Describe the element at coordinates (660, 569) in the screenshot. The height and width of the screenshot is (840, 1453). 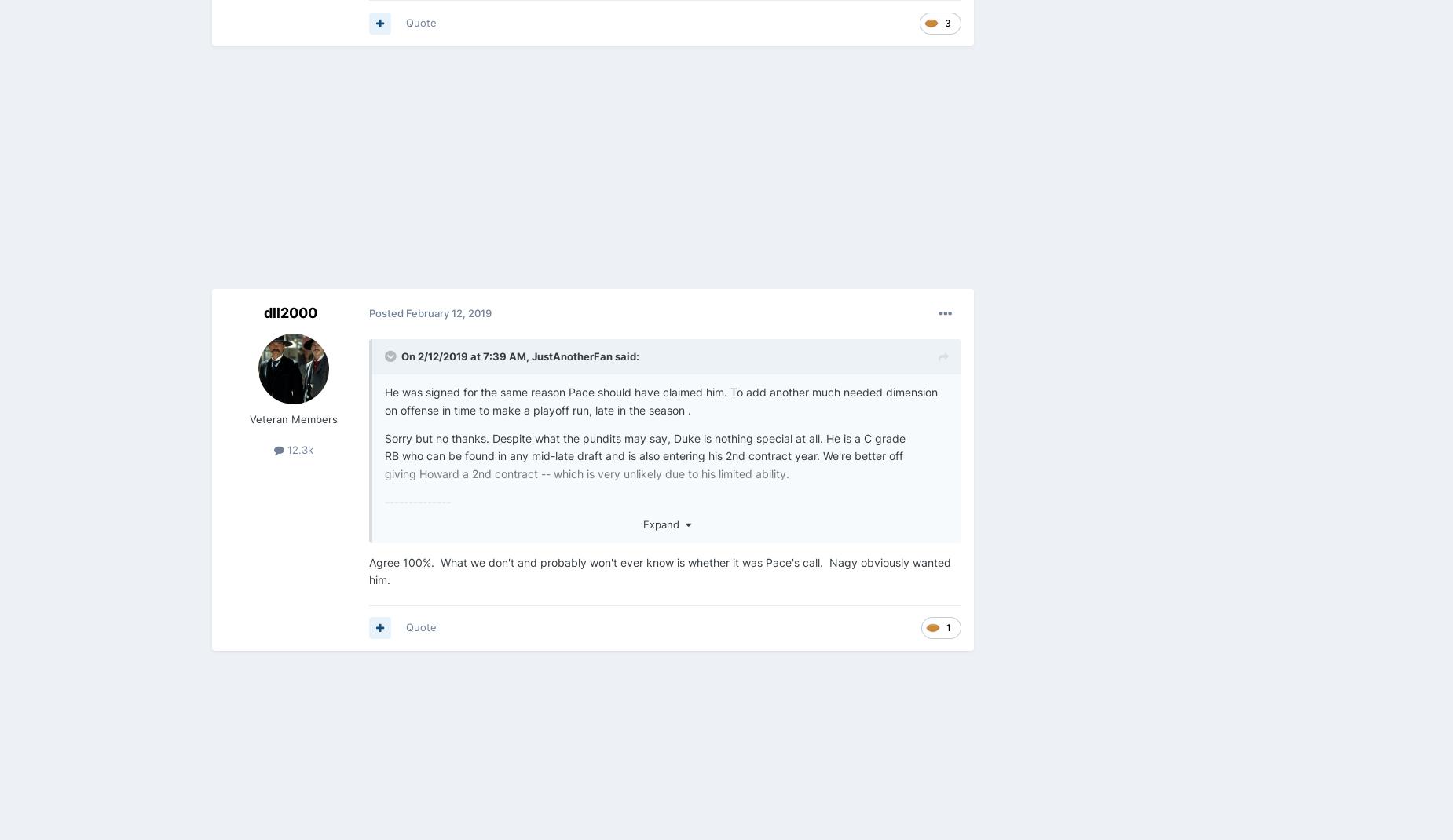
I see `'Agree 100%.  What we don't and probably won't ever know is whether it was Pace's call.  Nagy obviously wanted him.'` at that location.